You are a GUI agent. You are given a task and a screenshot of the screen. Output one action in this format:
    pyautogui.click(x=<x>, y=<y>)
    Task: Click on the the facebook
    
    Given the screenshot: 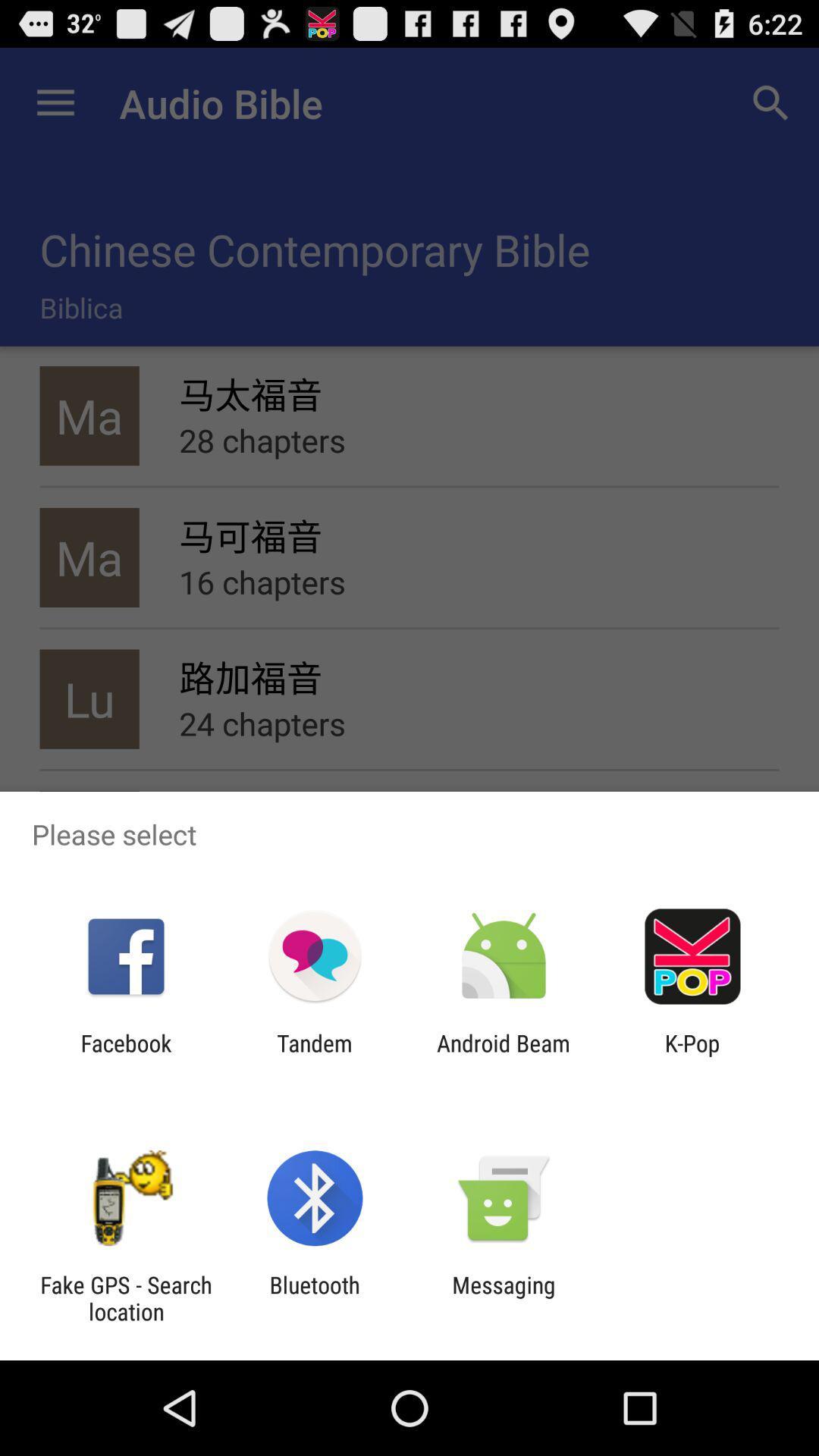 What is the action you would take?
    pyautogui.click(x=125, y=1056)
    